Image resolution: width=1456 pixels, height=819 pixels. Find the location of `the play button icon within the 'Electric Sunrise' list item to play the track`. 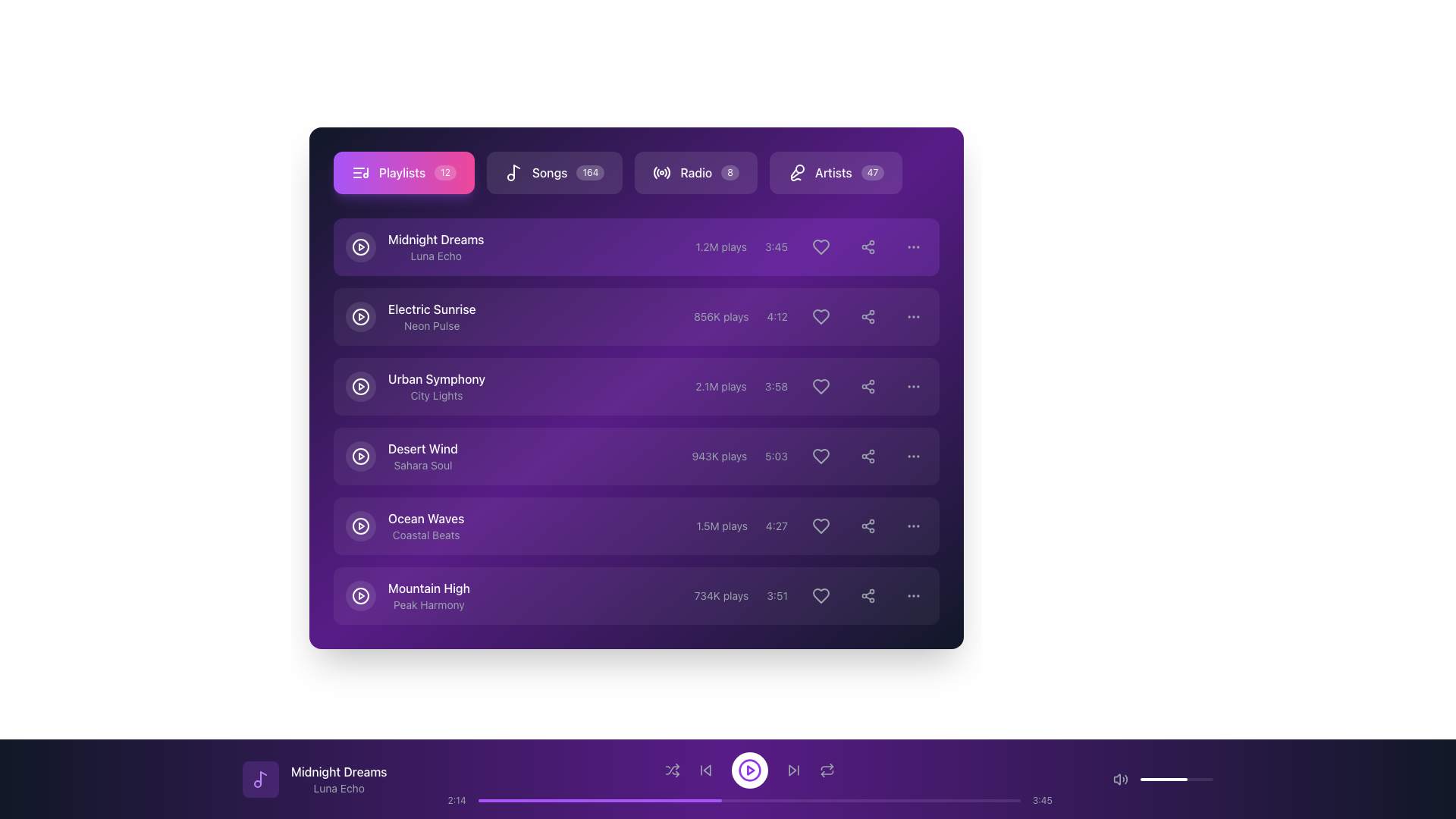

the play button icon within the 'Electric Sunrise' list item to play the track is located at coordinates (359, 315).